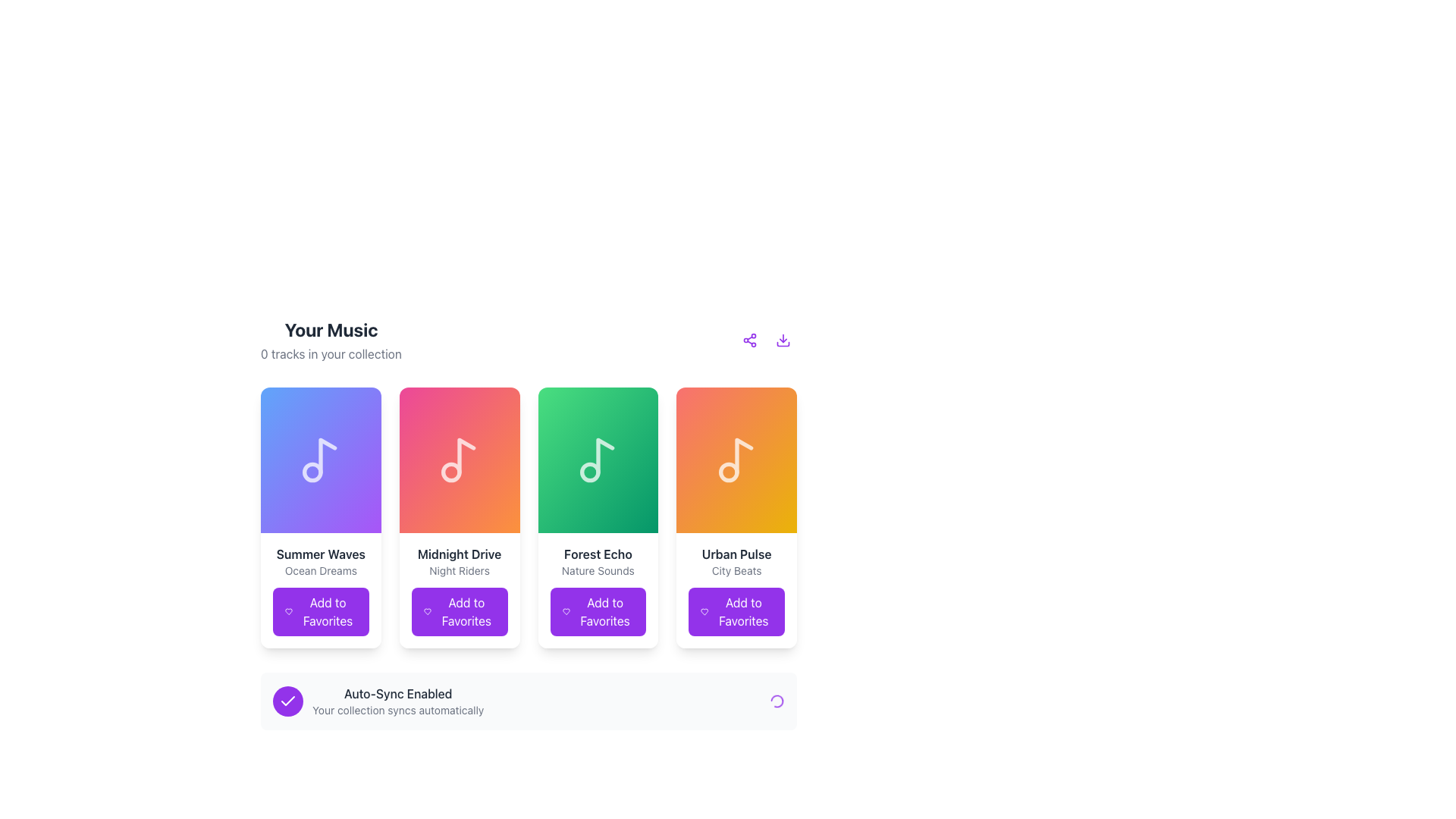 The image size is (1456, 819). Describe the element at coordinates (398, 711) in the screenshot. I see `the informational Text Label that indicates the automatic sync status, located below the 'Auto-Sync Enabled' heading in the bottom section of the interface` at that location.